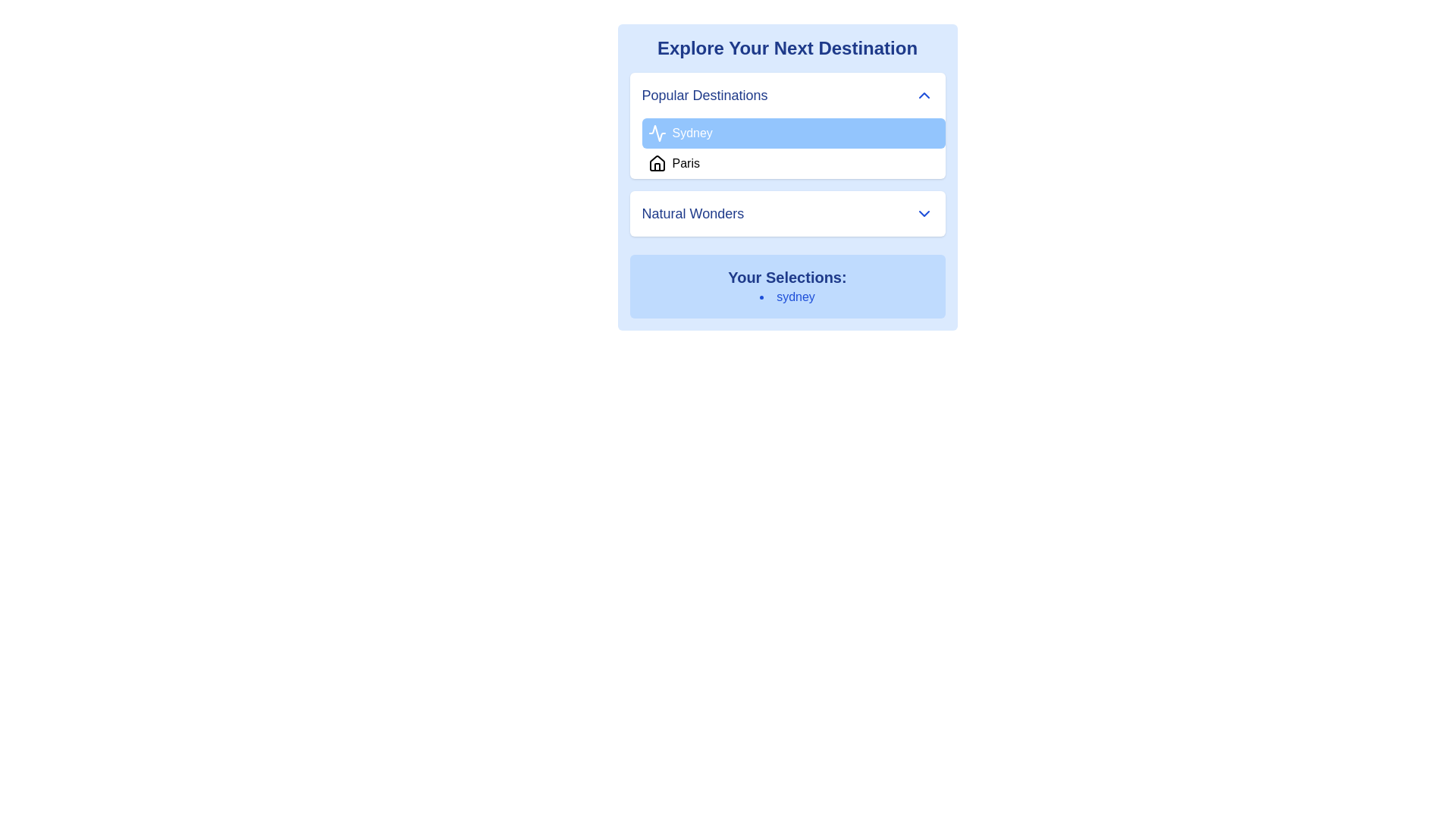  Describe the element at coordinates (923, 96) in the screenshot. I see `the upward-pointing blue chevron icon button located at the far right of the 'Popular Destinations' header` at that location.